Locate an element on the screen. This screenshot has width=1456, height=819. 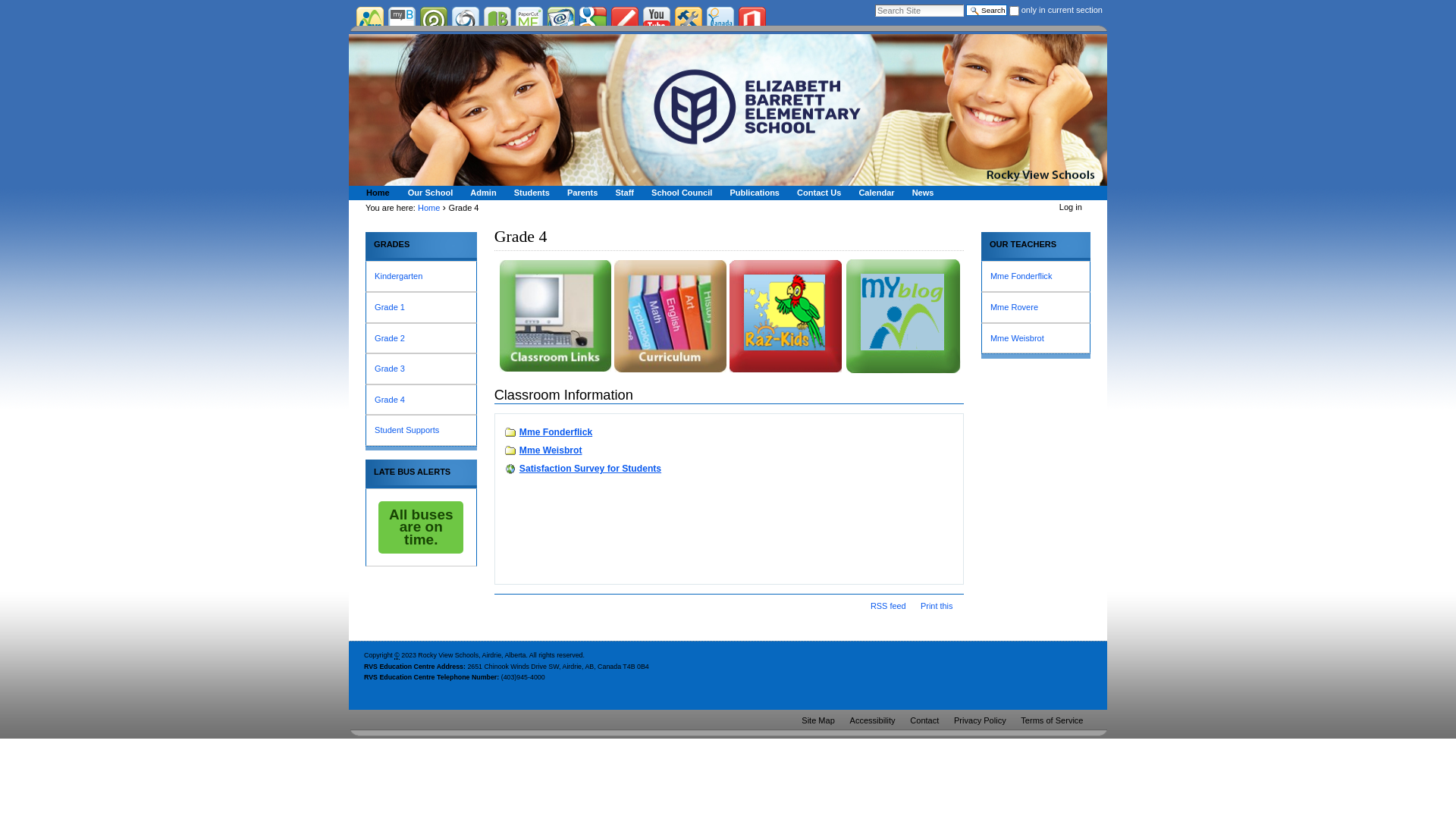
'Contact' is located at coordinates (924, 719).